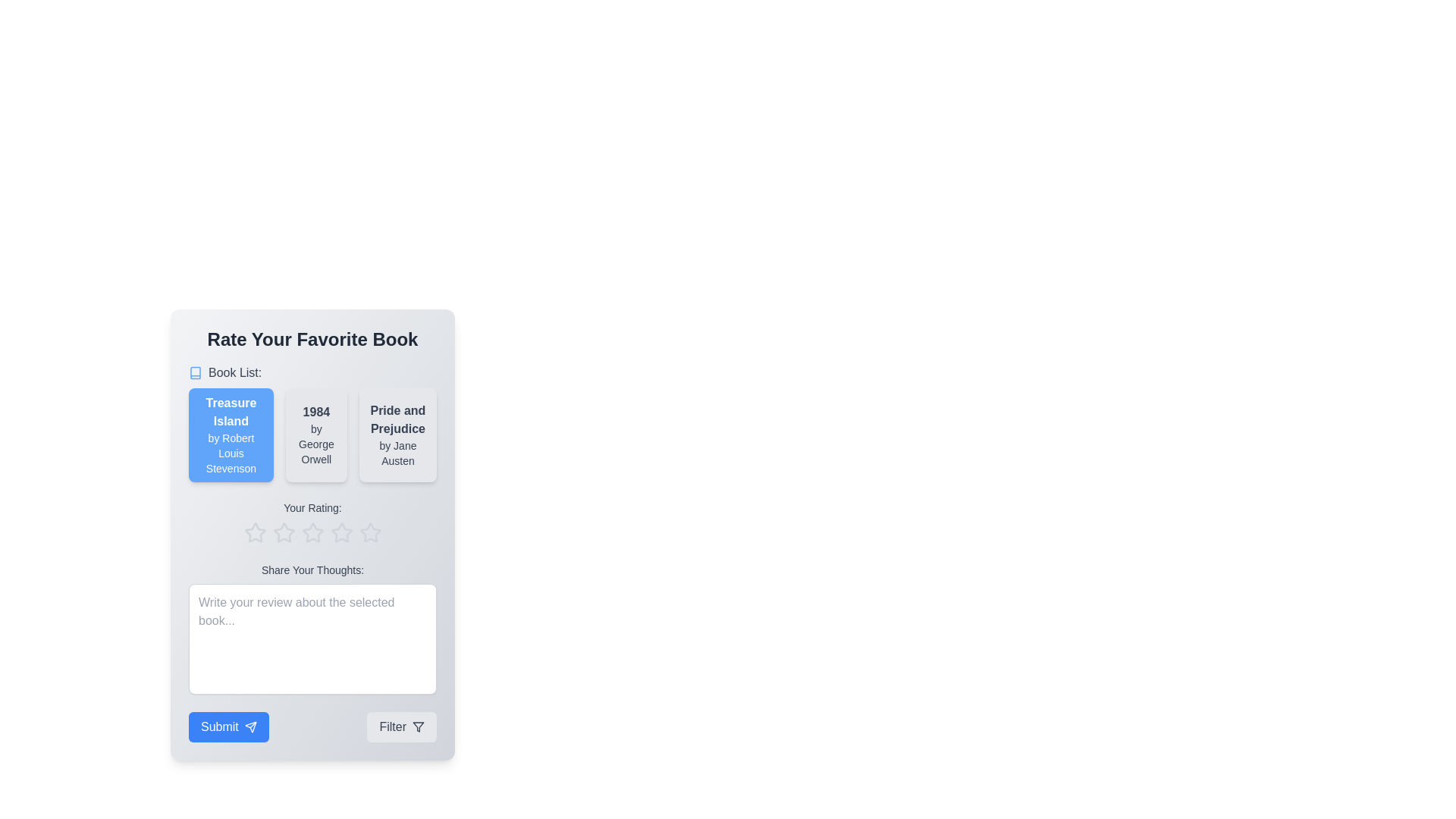 The height and width of the screenshot is (819, 1456). I want to click on the filter button which contains the funnel icon, so click(419, 726).